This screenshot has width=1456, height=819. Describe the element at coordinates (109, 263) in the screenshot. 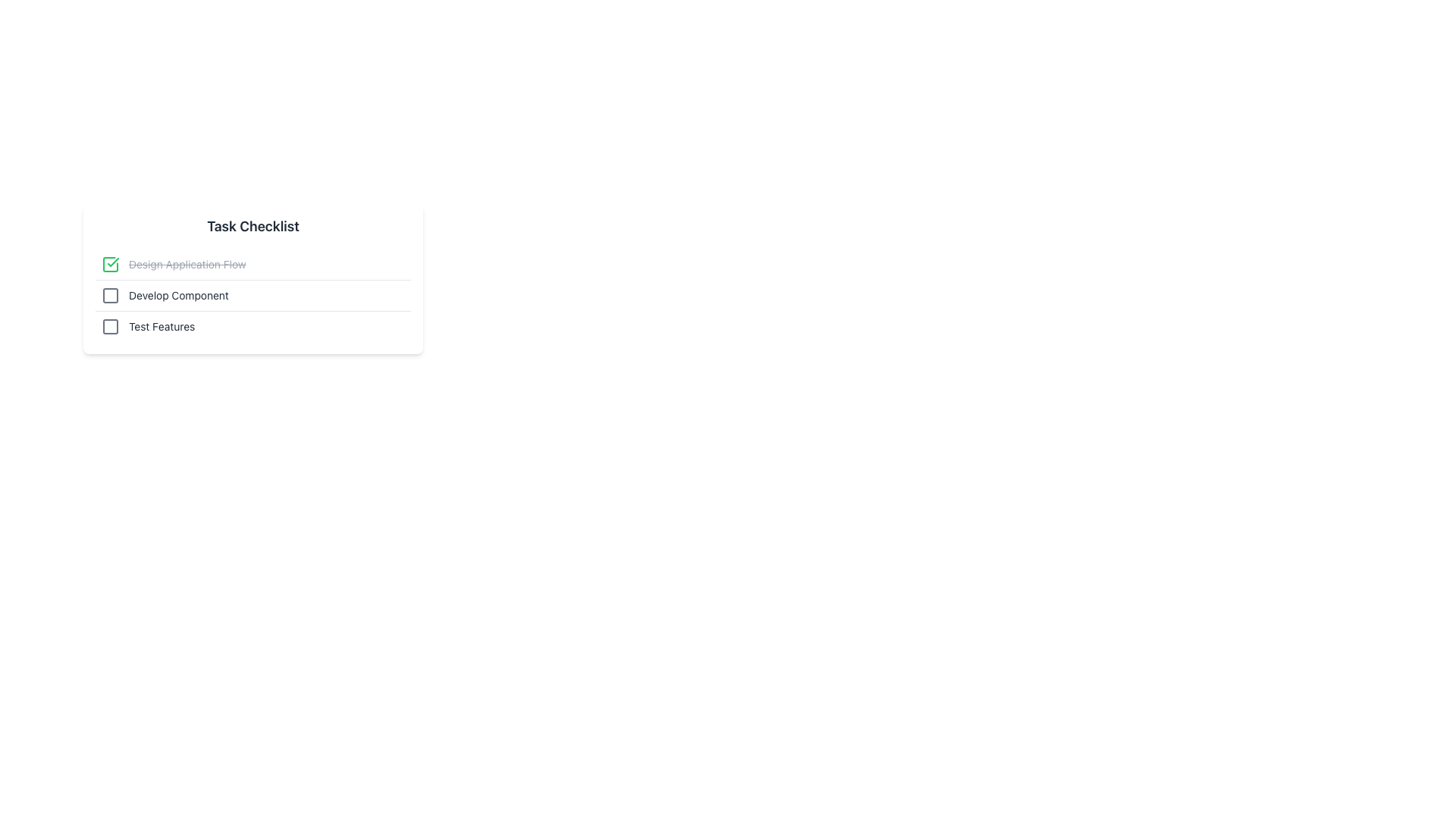

I see `the SVG graphical element representing the checkbox for the first task labeled 'Design Application Flow', which symbolizes task completion` at that location.